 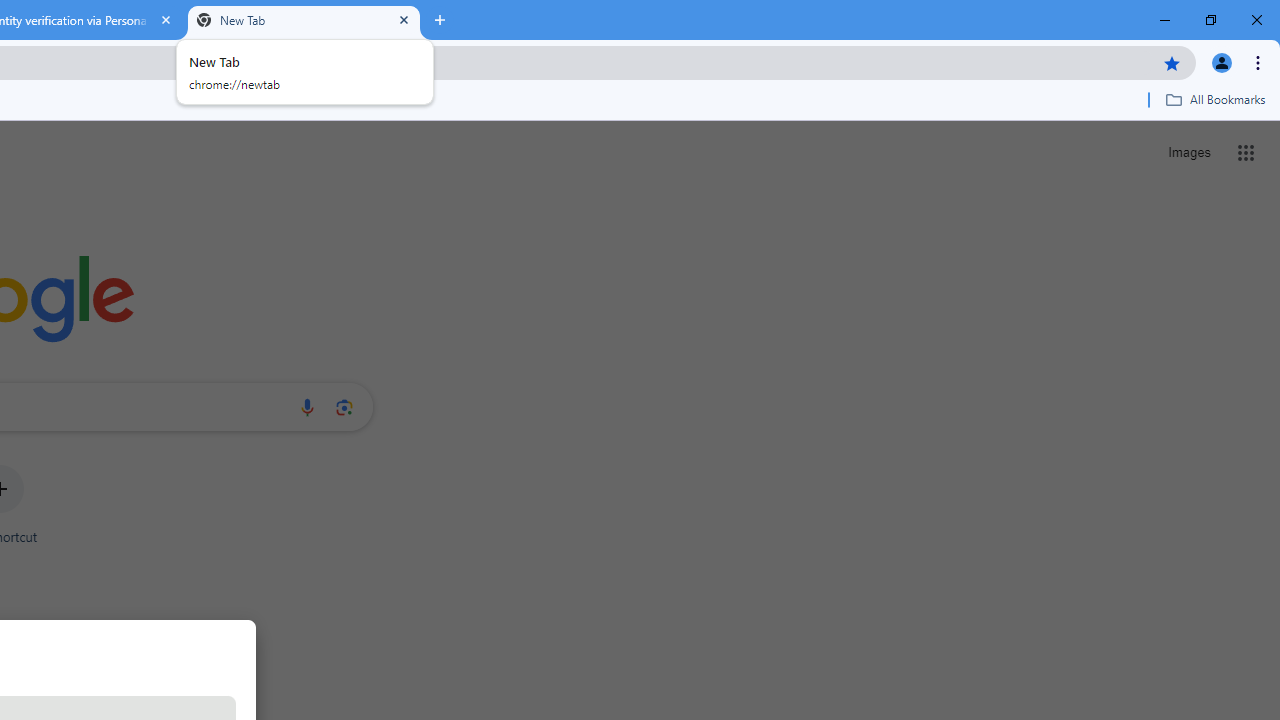 What do you see at coordinates (303, 20) in the screenshot?
I see `'New Tab'` at bounding box center [303, 20].